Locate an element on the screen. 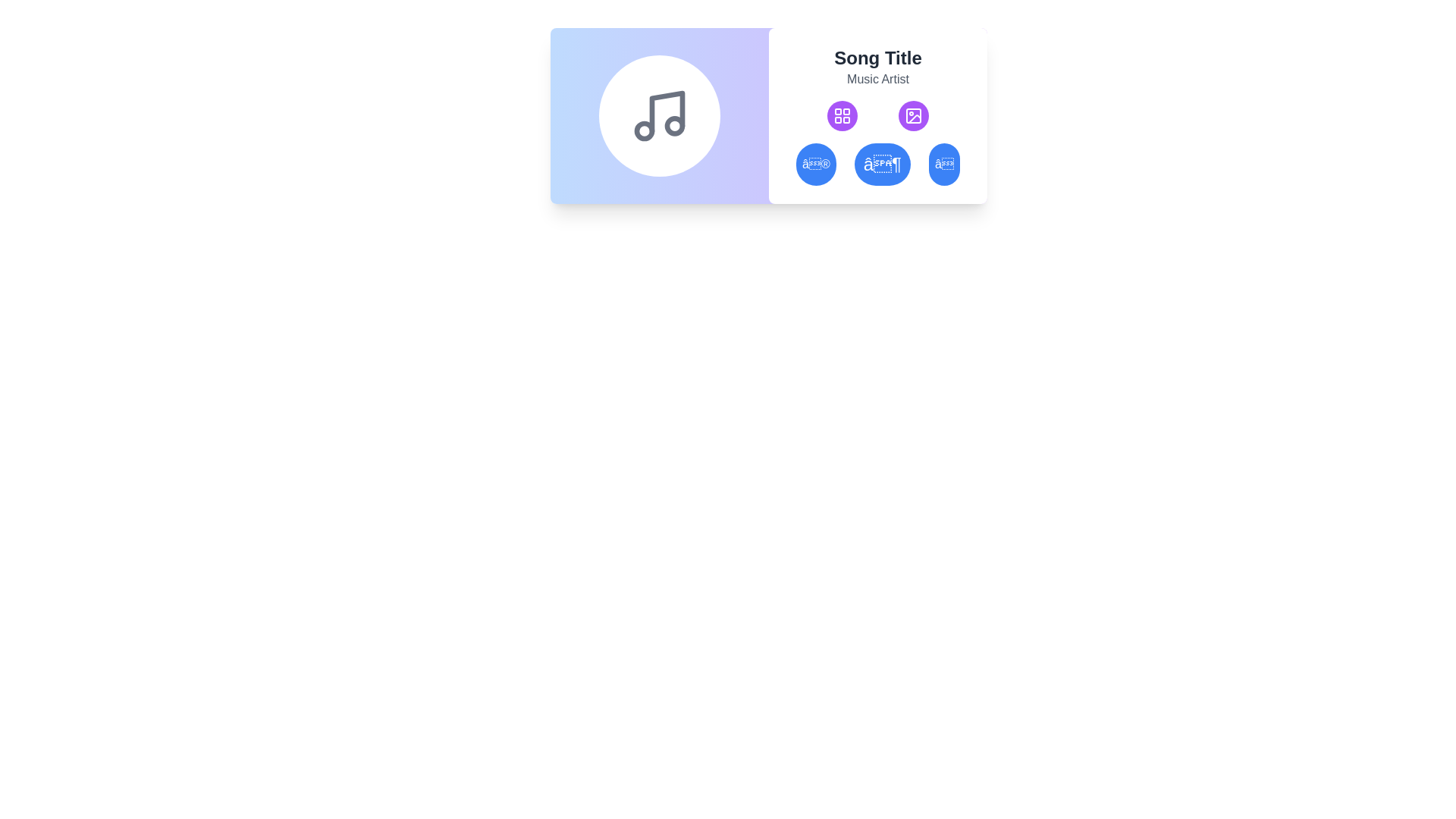 Image resolution: width=1456 pixels, height=819 pixels. the first button in a horizontal layout that triggers an action or navigation when interacted with is located at coordinates (815, 164).